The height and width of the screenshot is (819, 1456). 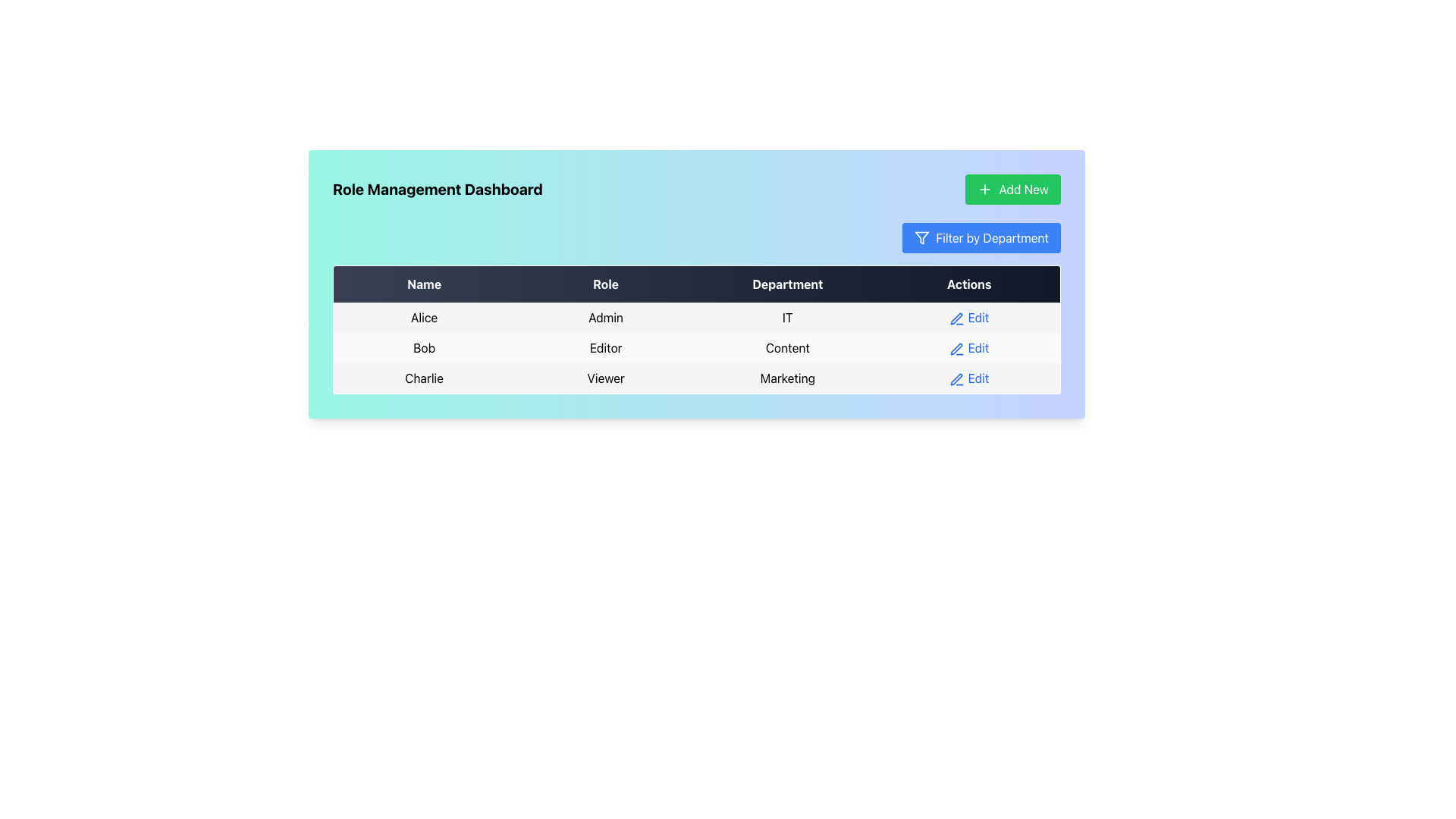 I want to click on the blue pen icon, so click(x=956, y=378).